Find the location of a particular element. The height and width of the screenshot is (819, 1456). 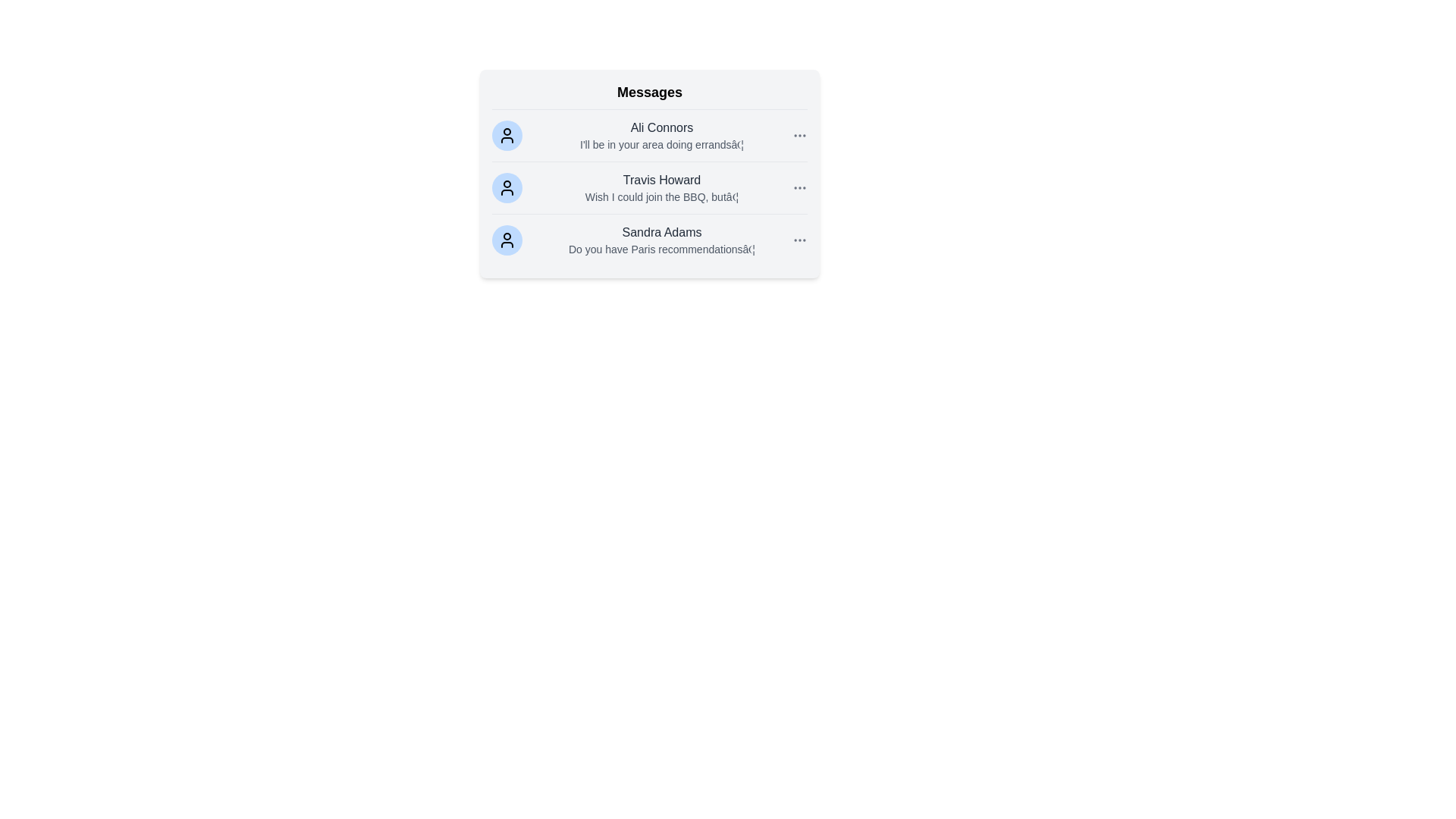

the Icon Button located at the far-right side of the row displaying a message from 'Sandra Adams' is located at coordinates (799, 239).